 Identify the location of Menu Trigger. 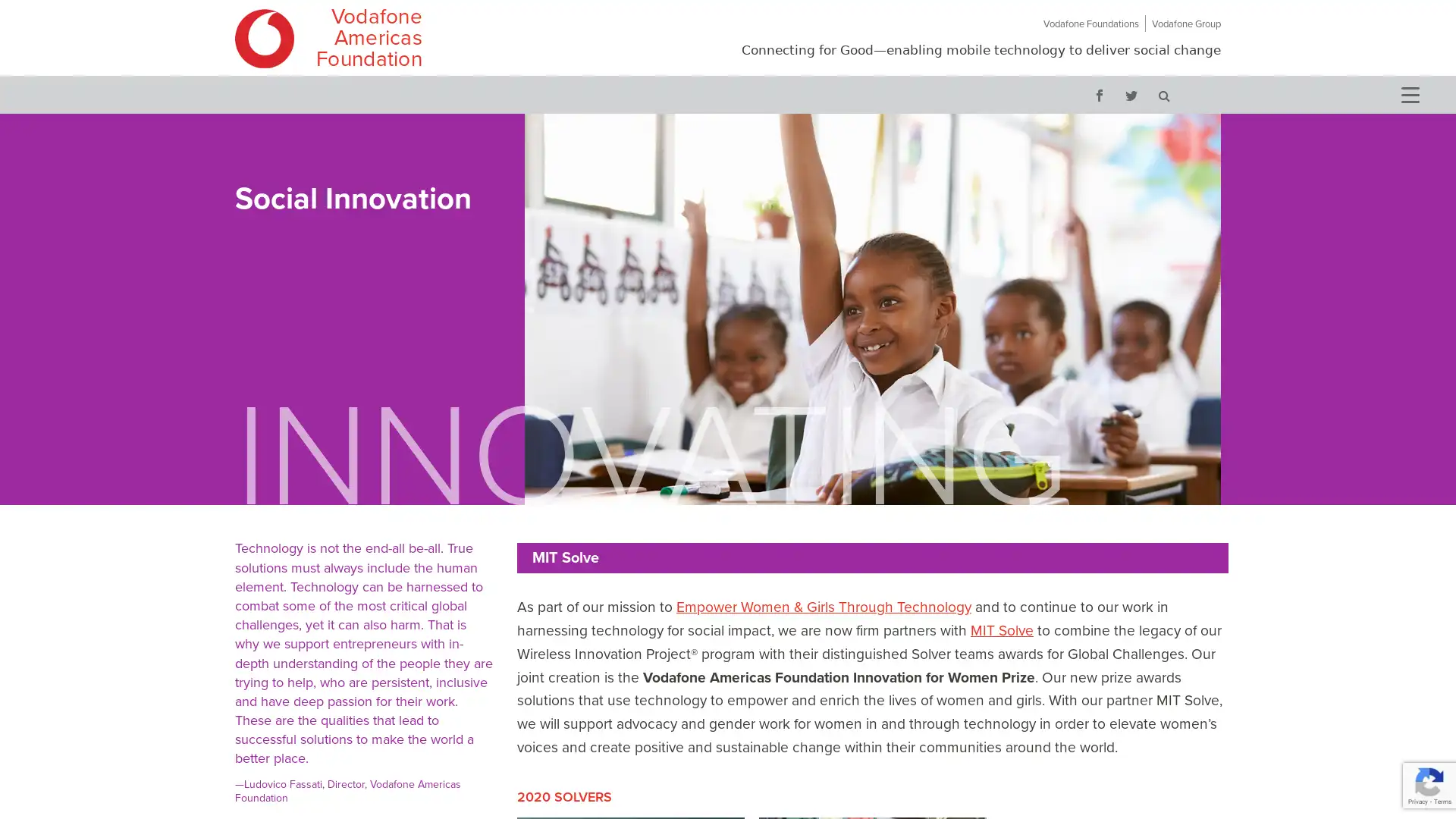
(1408, 93).